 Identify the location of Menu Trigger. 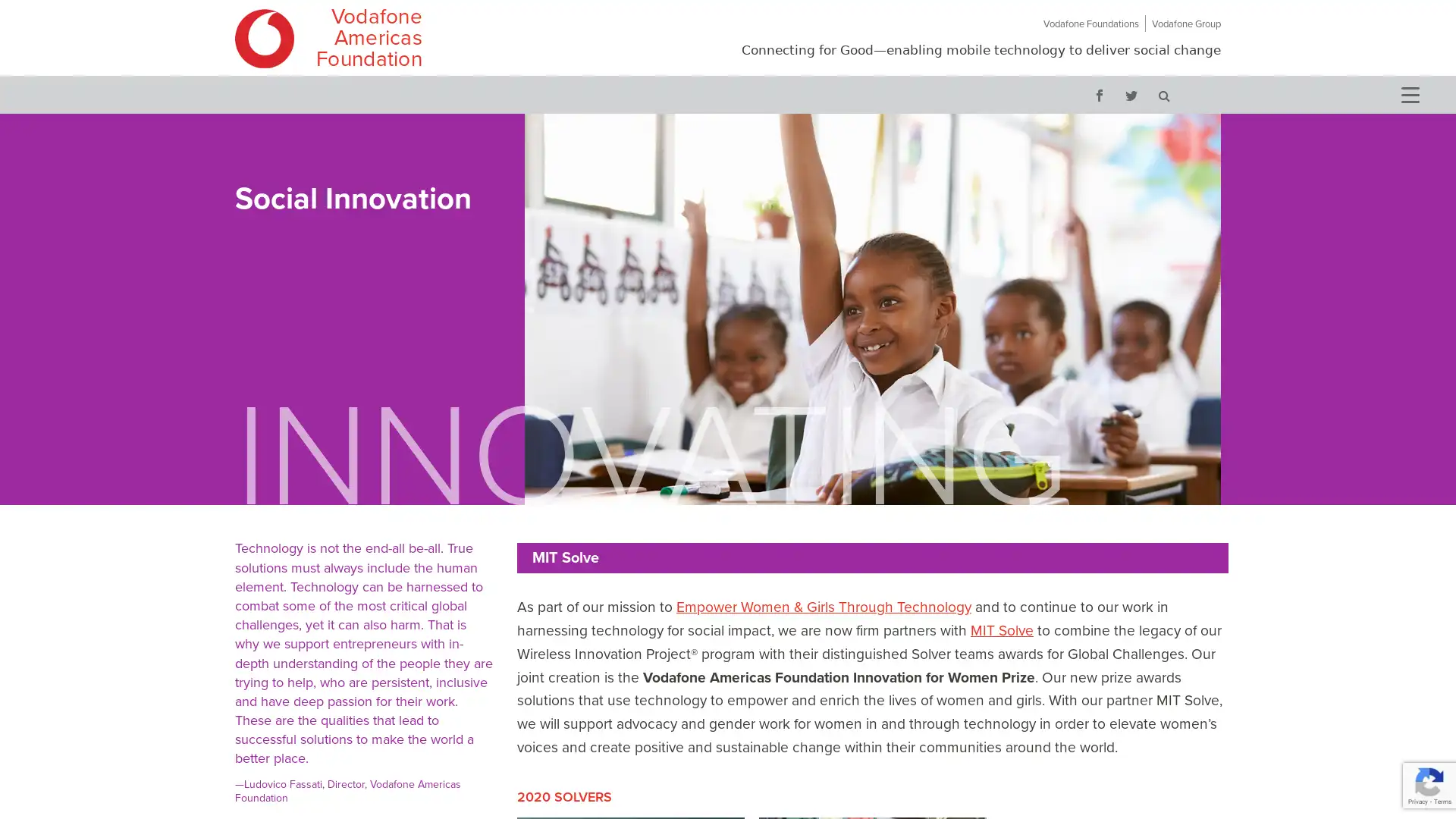
(1408, 93).